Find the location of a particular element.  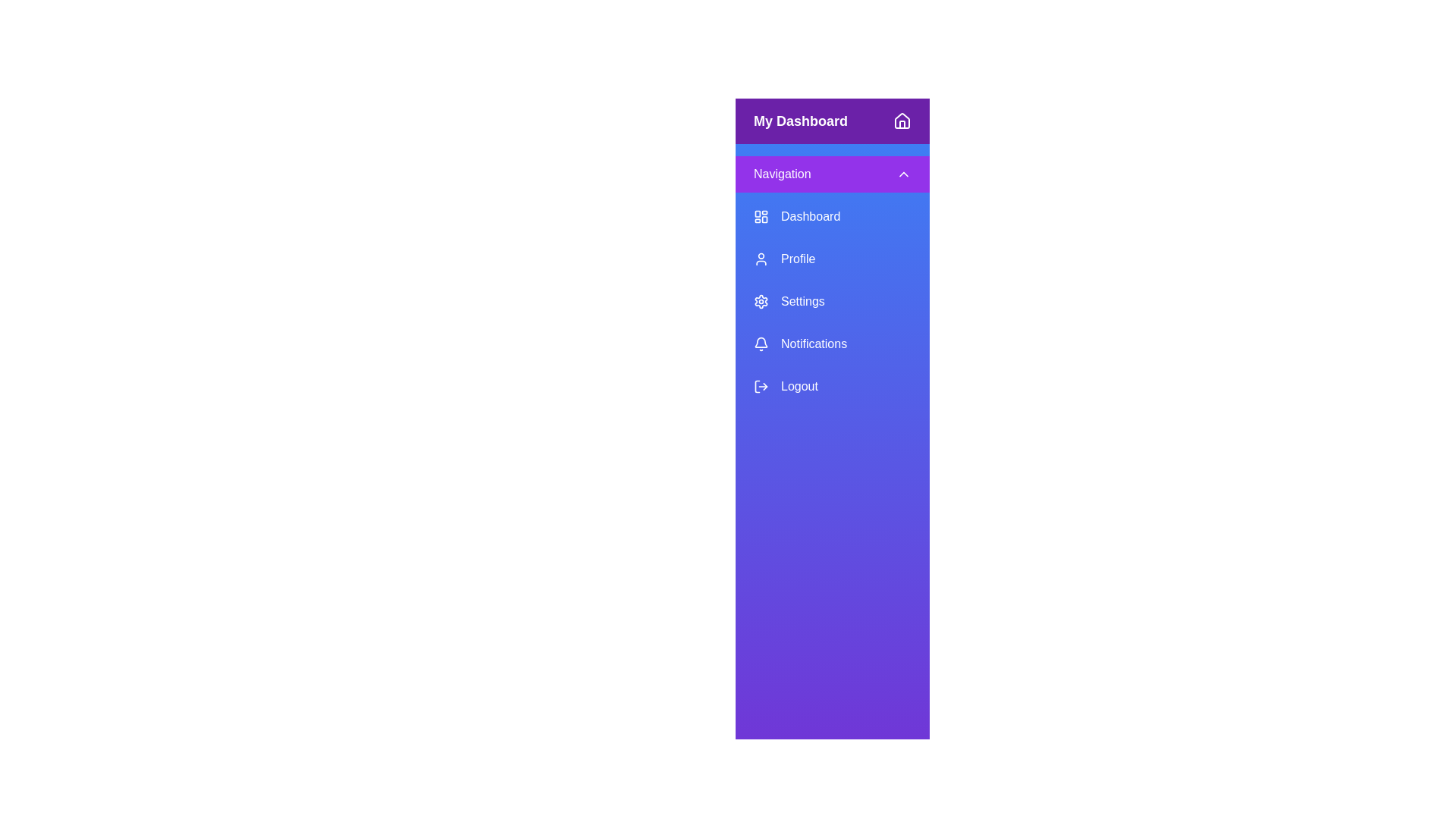

the home icon located in the top-right corner of the header bar, adjacent to the label 'My Dashboard' is located at coordinates (902, 120).